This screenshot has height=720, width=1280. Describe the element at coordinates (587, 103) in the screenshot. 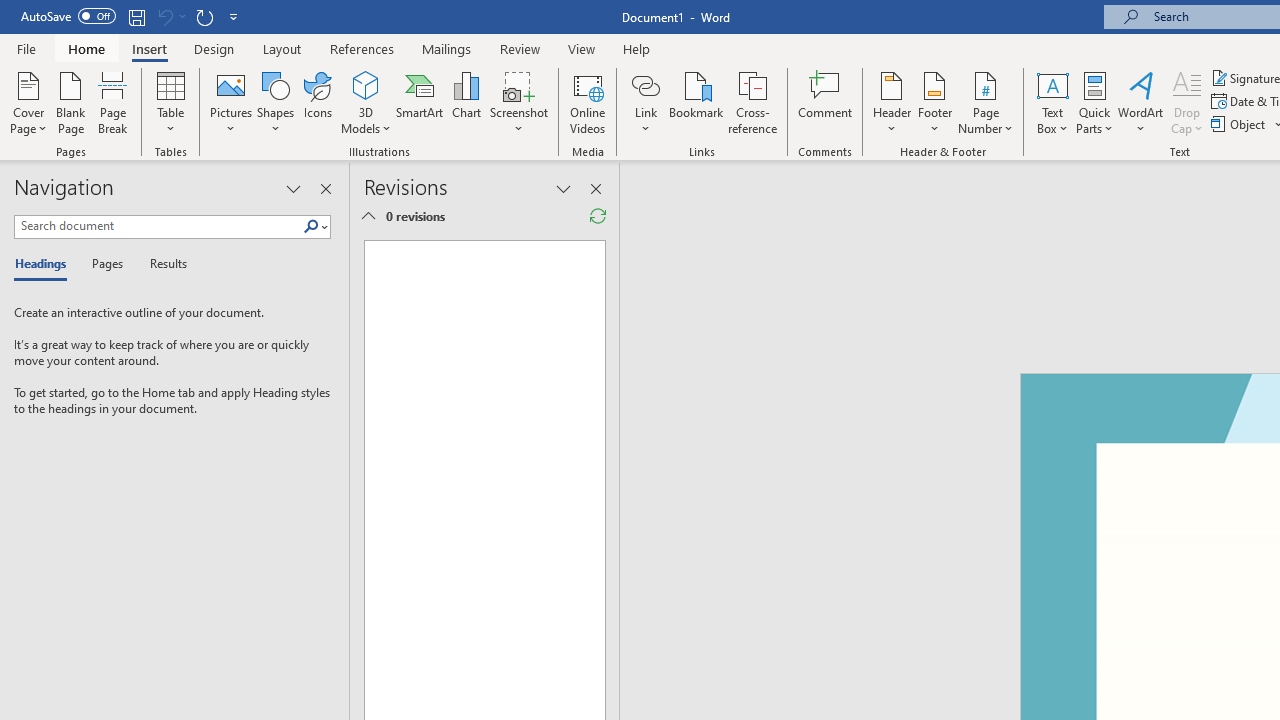

I see `'Online Videos...'` at that location.